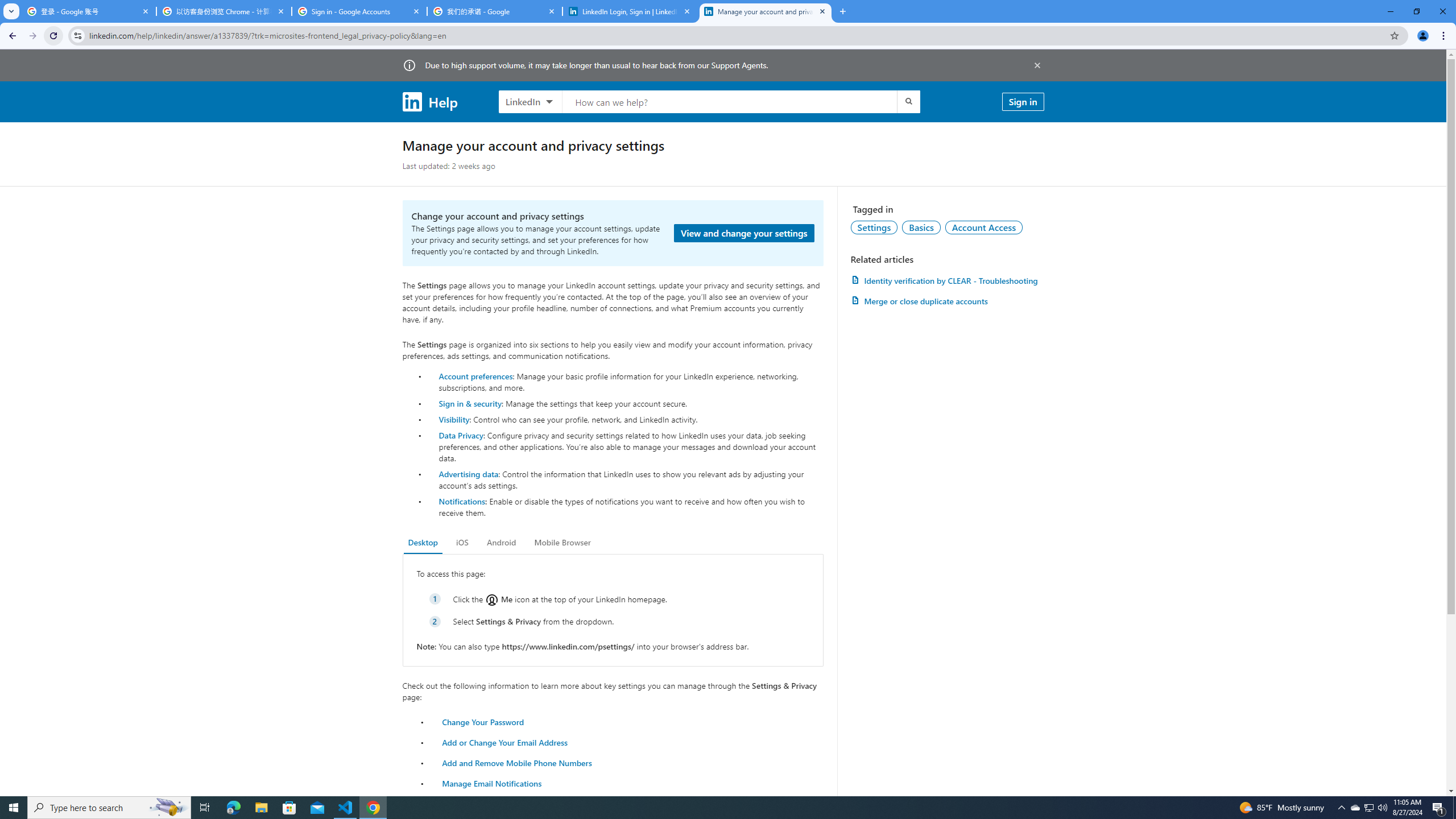 Image resolution: width=1456 pixels, height=819 pixels. What do you see at coordinates (946, 280) in the screenshot?
I see `'AutomationID: article-link-a1457505'` at bounding box center [946, 280].